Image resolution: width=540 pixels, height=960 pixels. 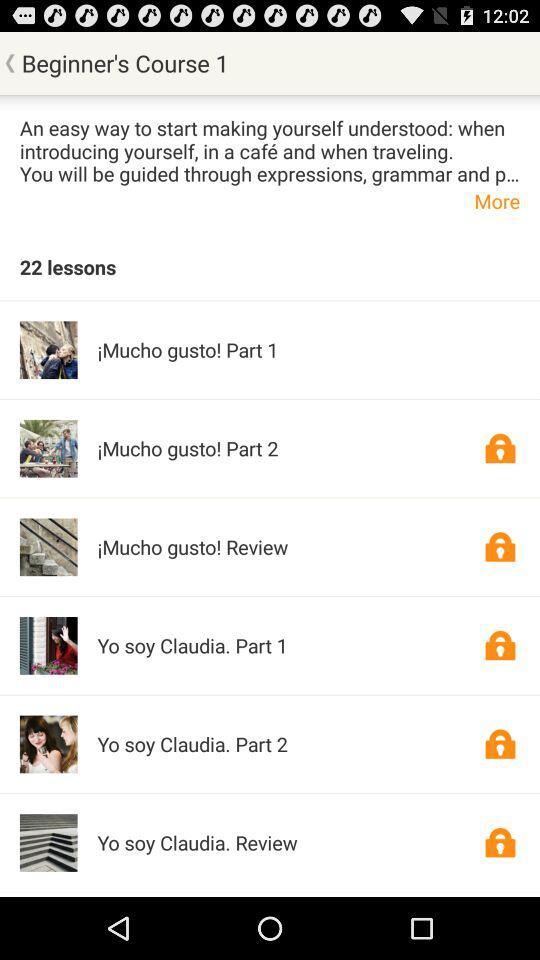 What do you see at coordinates (270, 200) in the screenshot?
I see `the more icon` at bounding box center [270, 200].